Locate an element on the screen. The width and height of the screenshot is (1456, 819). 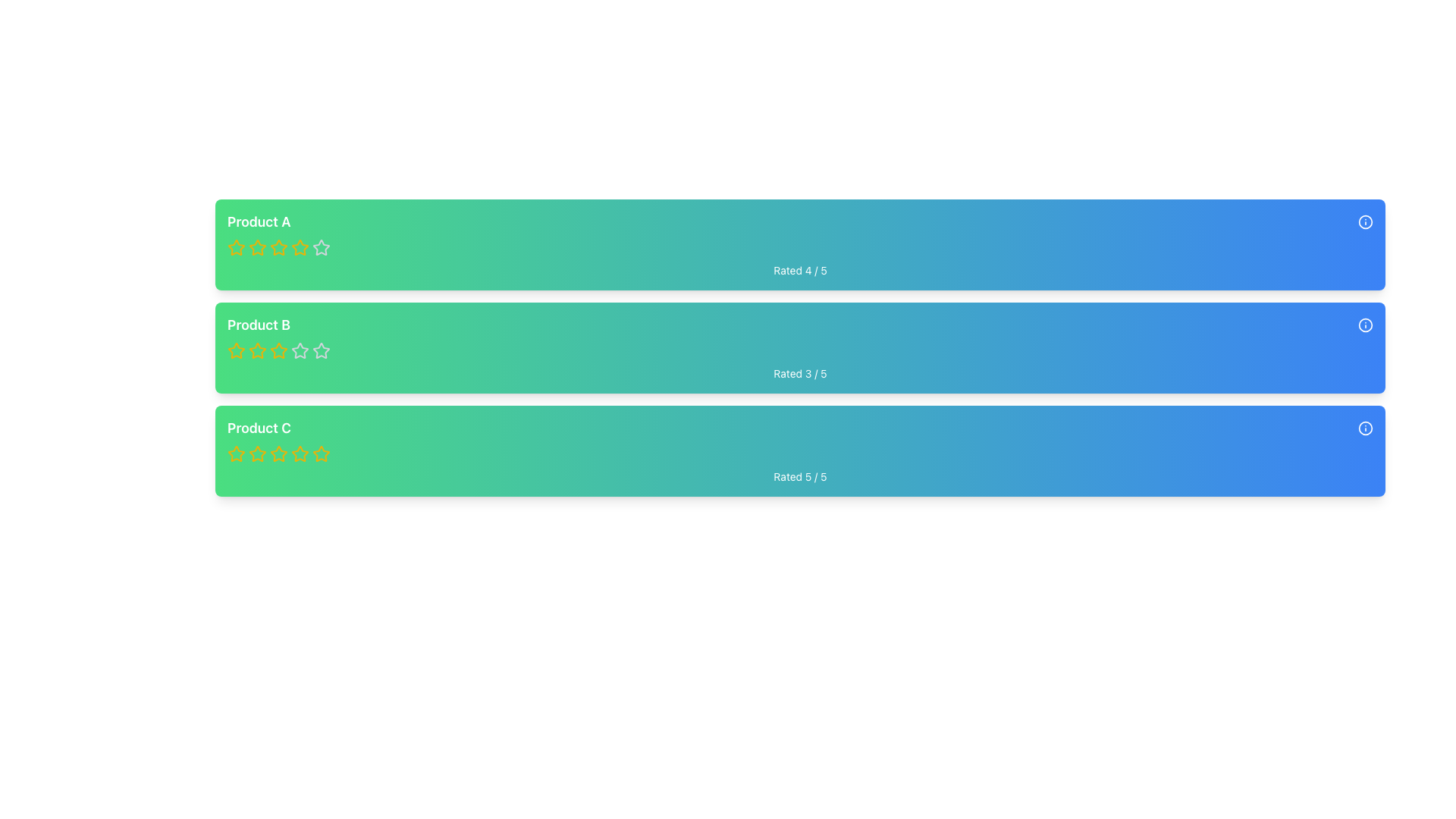
the second rating star icon for Product B is located at coordinates (258, 350).